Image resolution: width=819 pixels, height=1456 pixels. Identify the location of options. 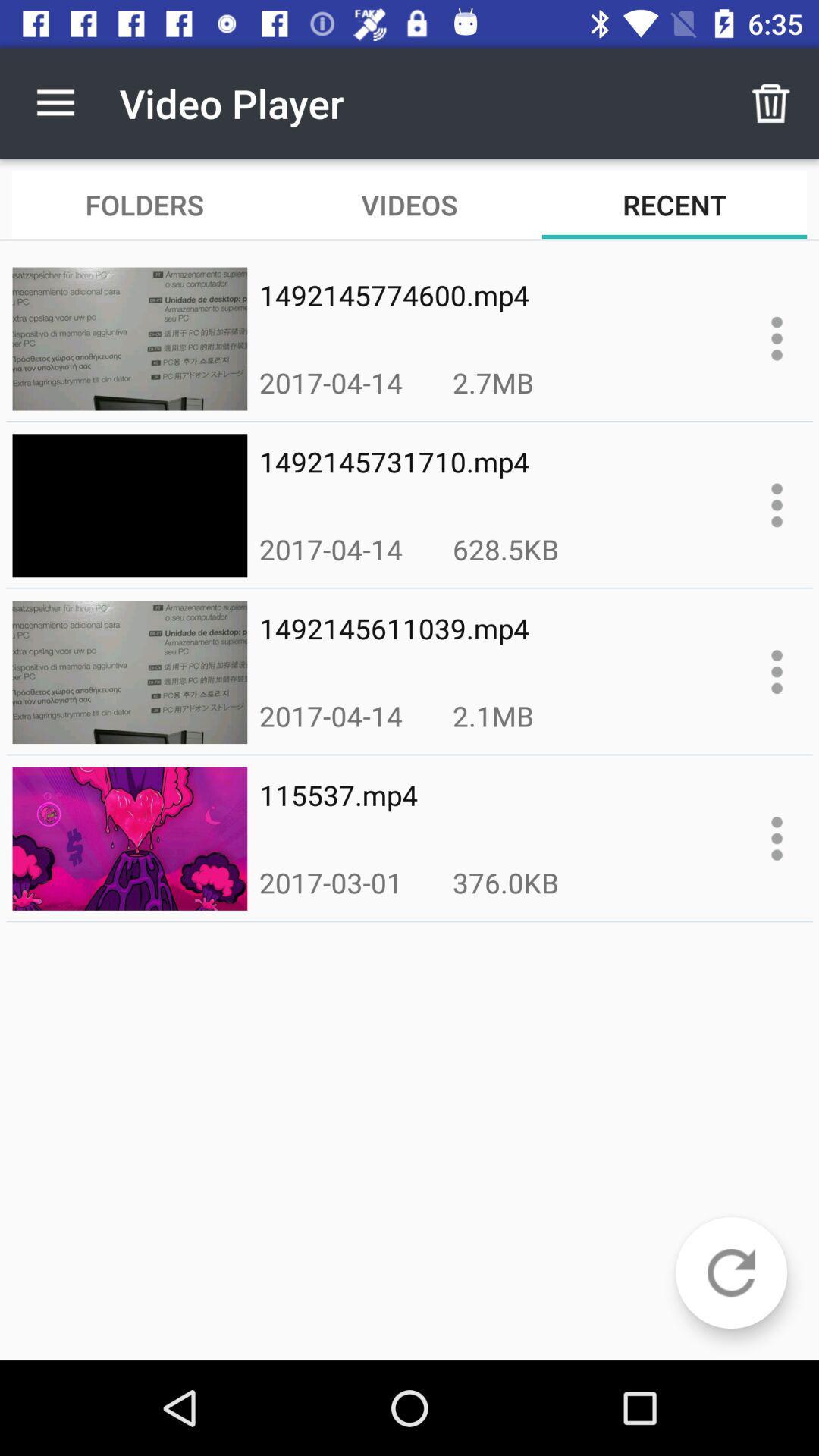
(777, 337).